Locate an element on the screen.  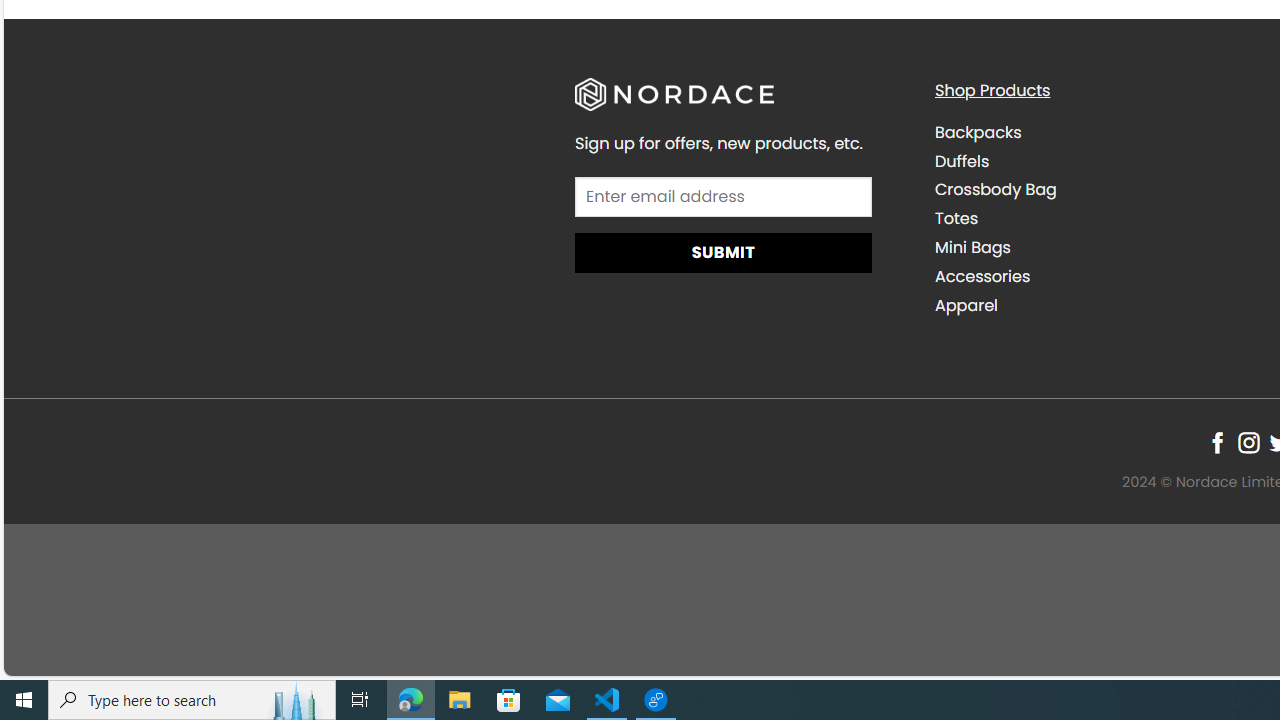
'AutomationID: input_4_1' is located at coordinates (722, 196).